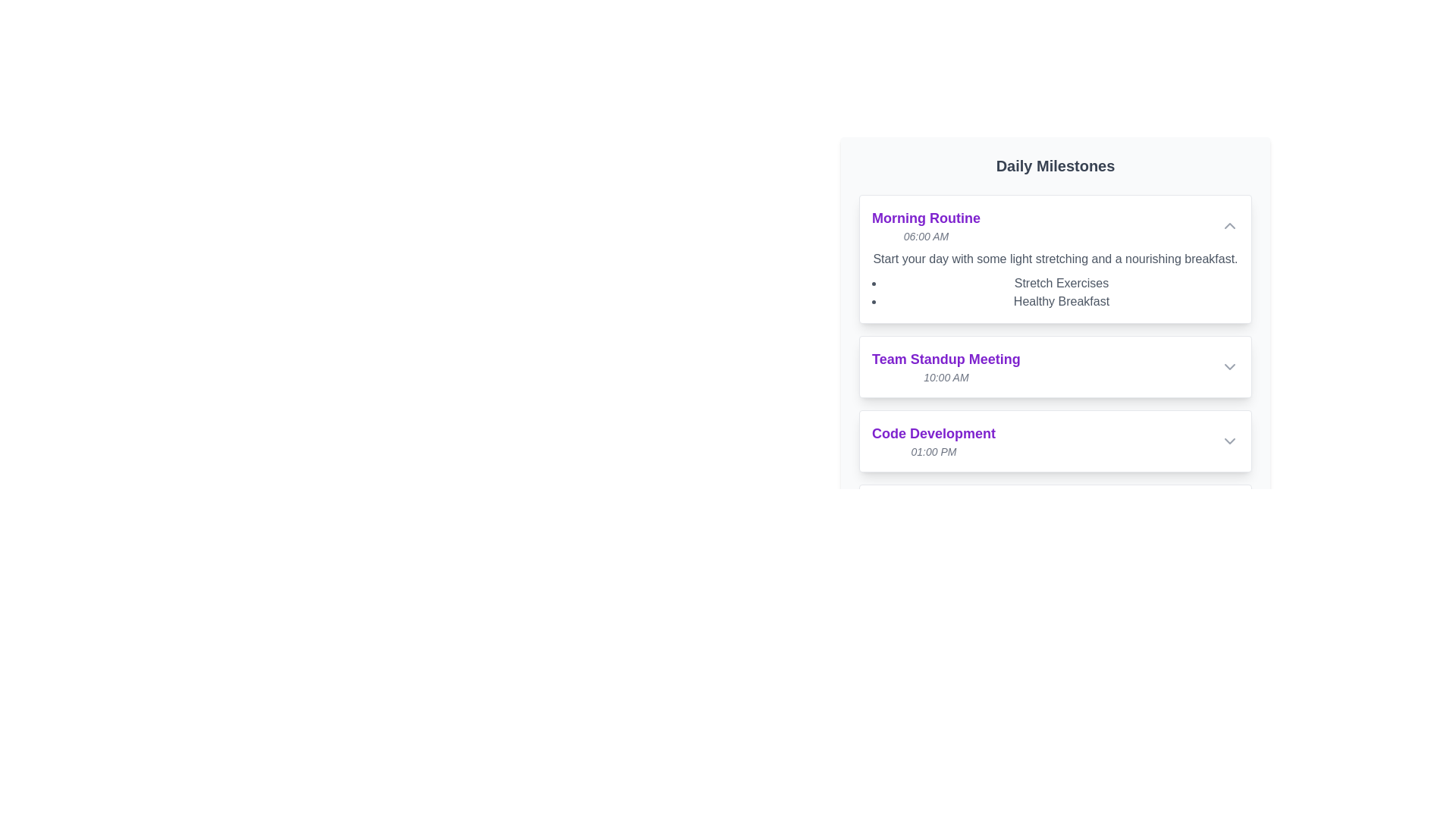 The image size is (1456, 819). Describe the element at coordinates (1055, 259) in the screenshot. I see `the first List item card under the 'Daily Milestones' header, which features a white background, rounded corners, and a title in bold purple text` at that location.